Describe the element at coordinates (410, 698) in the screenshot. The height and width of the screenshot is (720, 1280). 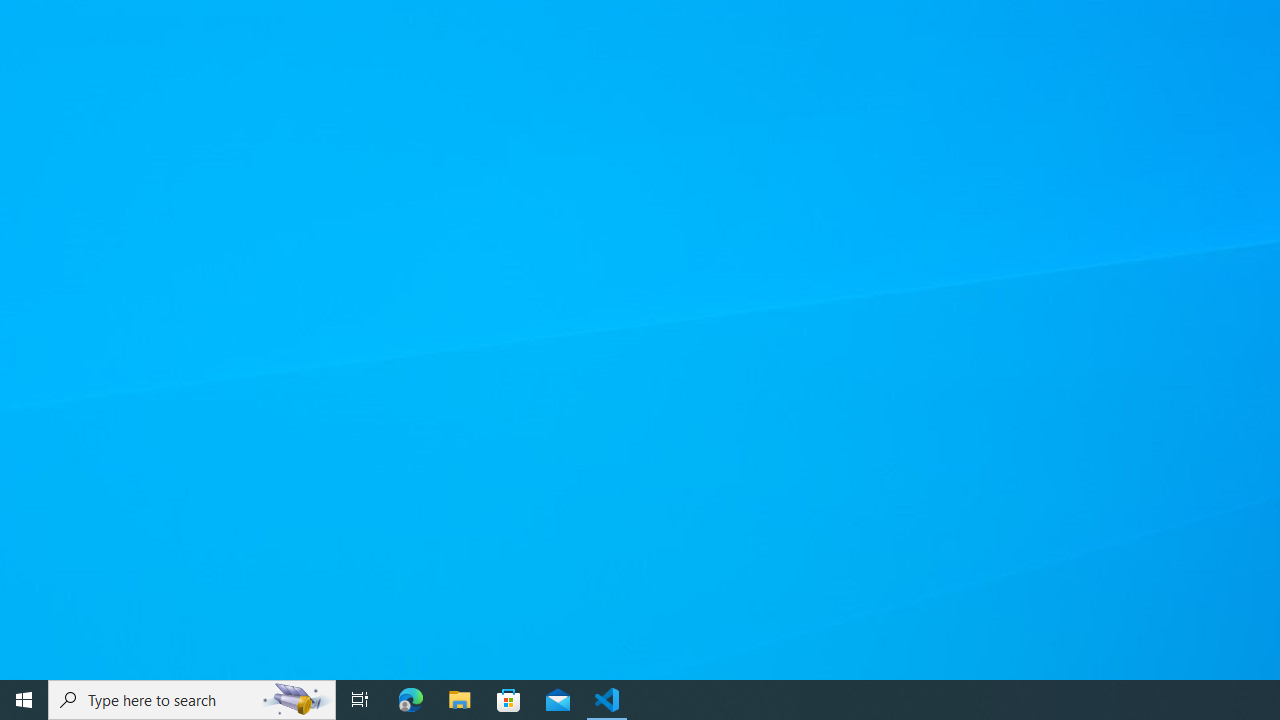
I see `'Microsoft Edge'` at that location.